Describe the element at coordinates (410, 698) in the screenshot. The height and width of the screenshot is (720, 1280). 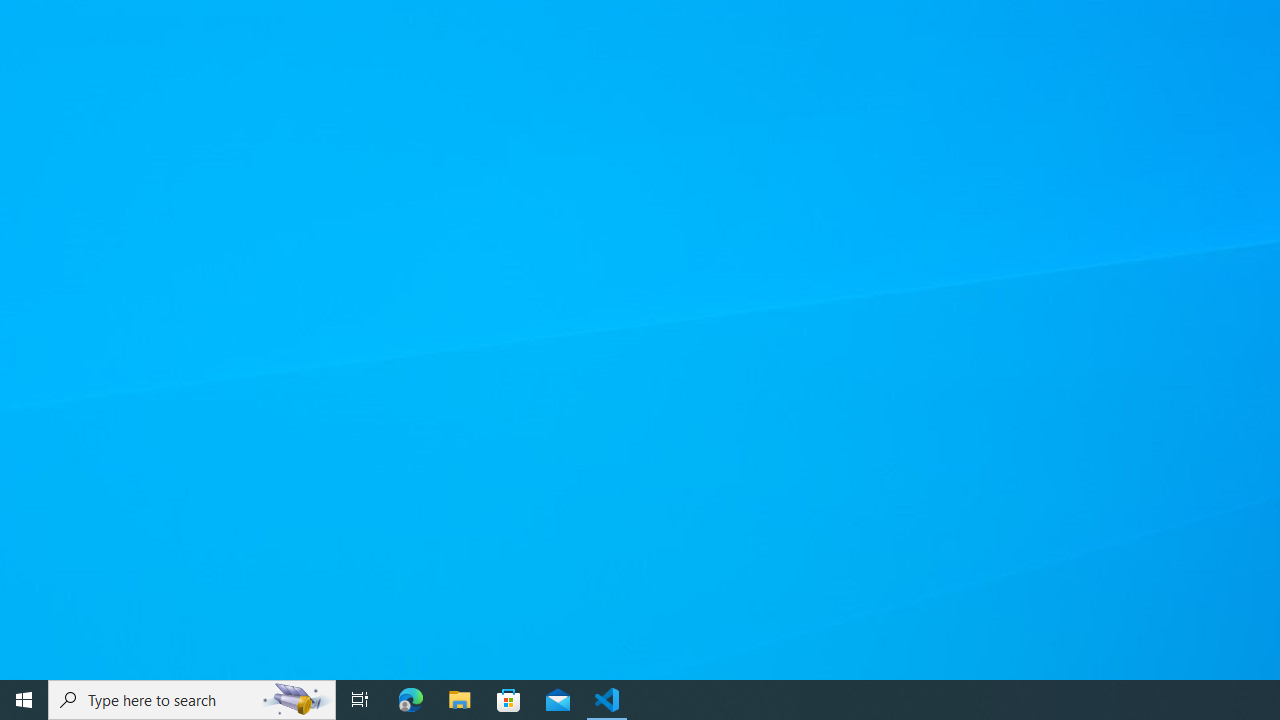
I see `'Microsoft Edge'` at that location.